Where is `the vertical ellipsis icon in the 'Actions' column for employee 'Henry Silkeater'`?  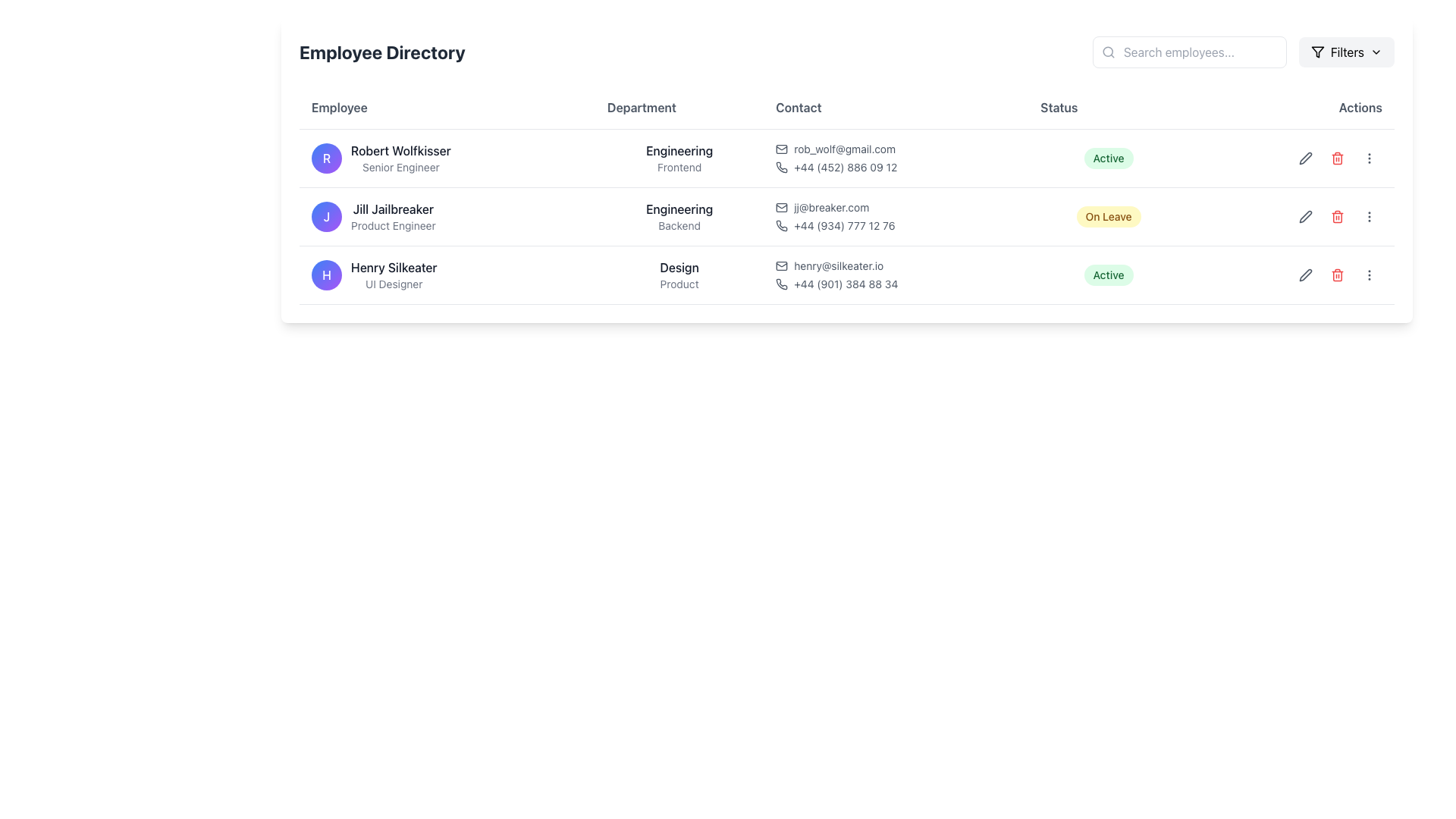
the vertical ellipsis icon in the 'Actions' column for employee 'Henry Silkeater' is located at coordinates (1369, 158).